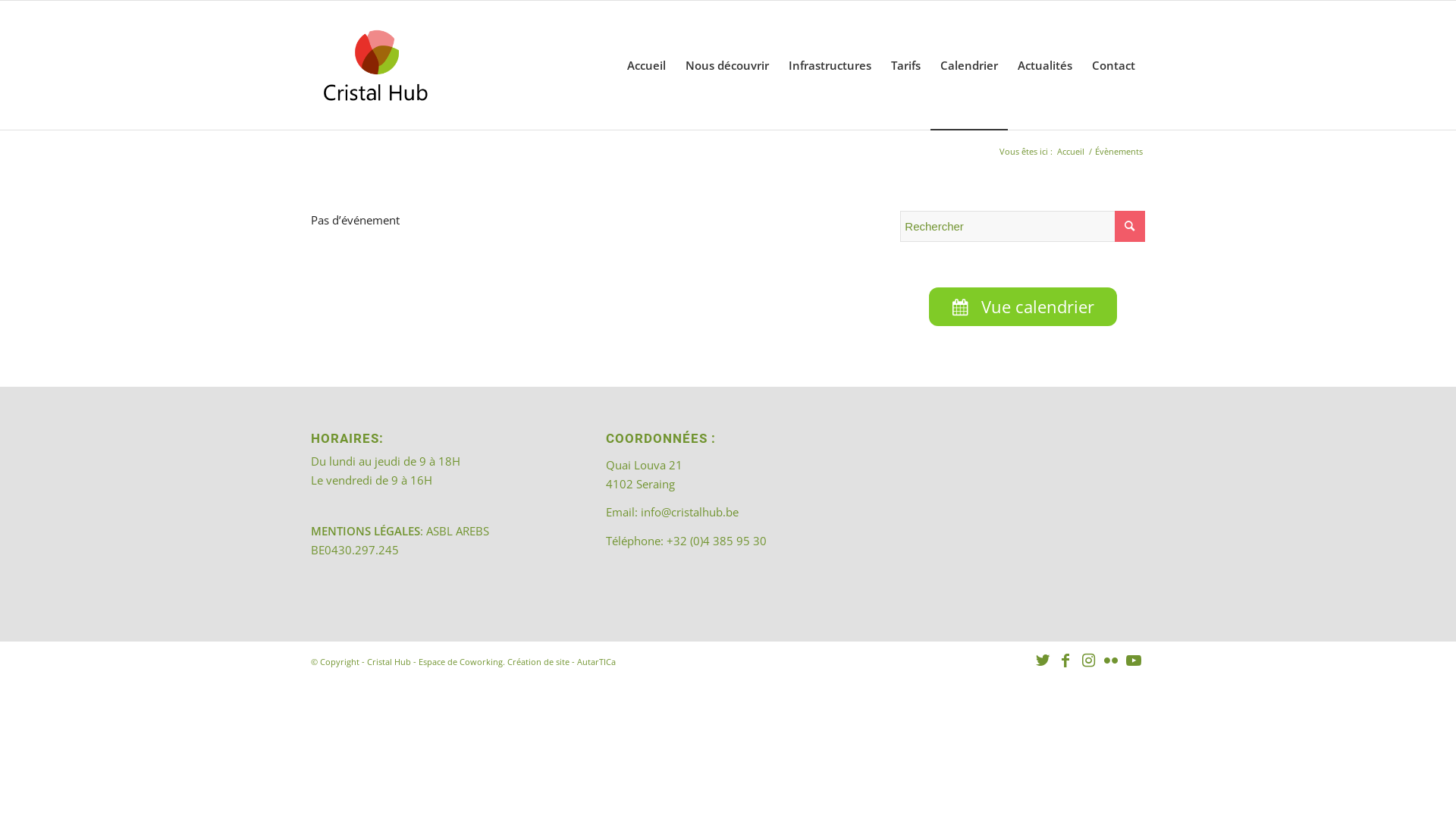 The width and height of the screenshot is (1456, 819). I want to click on 'Contact', so click(1113, 64).